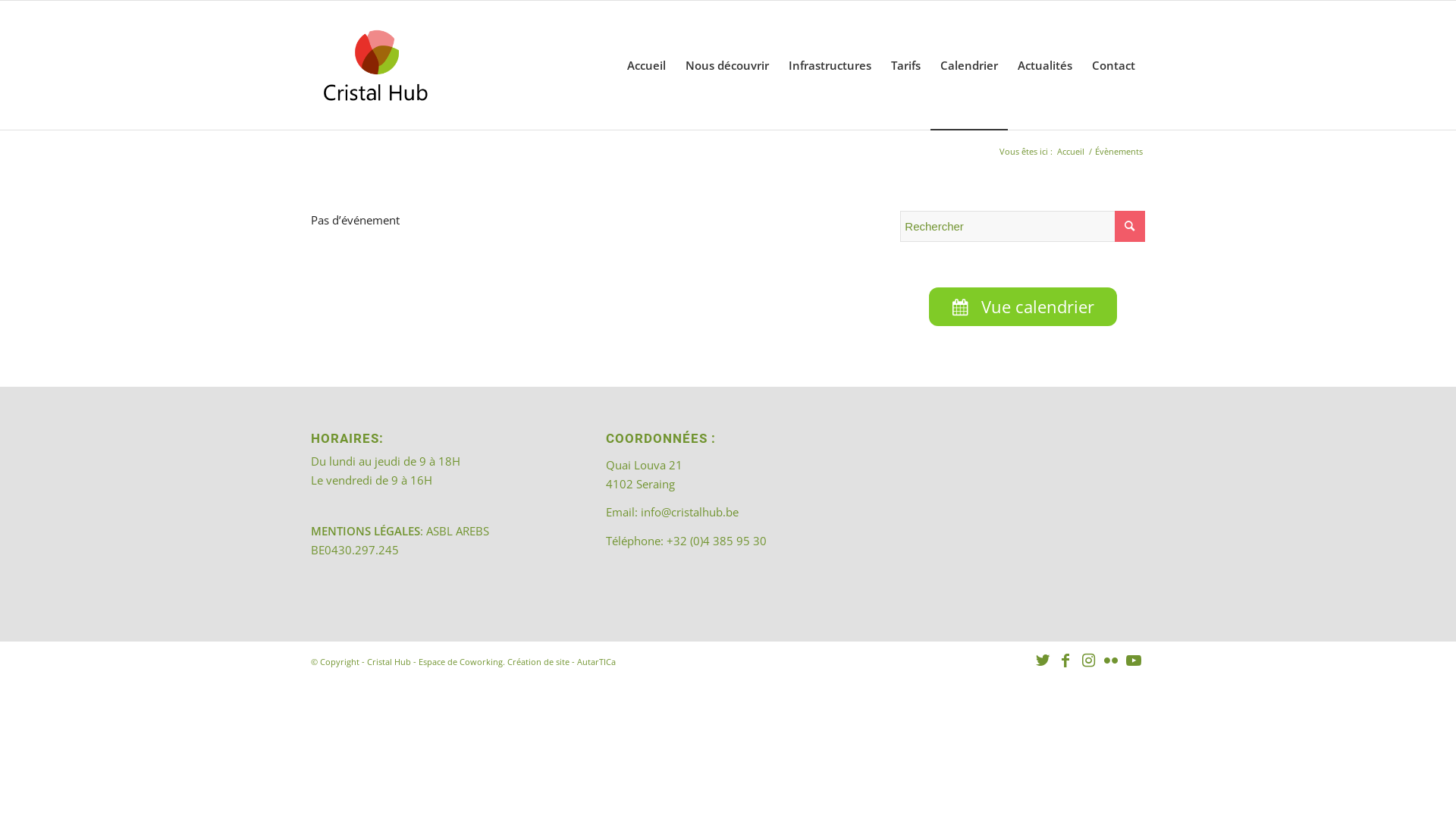 The width and height of the screenshot is (1456, 819). I want to click on 'Contact', so click(1113, 64).